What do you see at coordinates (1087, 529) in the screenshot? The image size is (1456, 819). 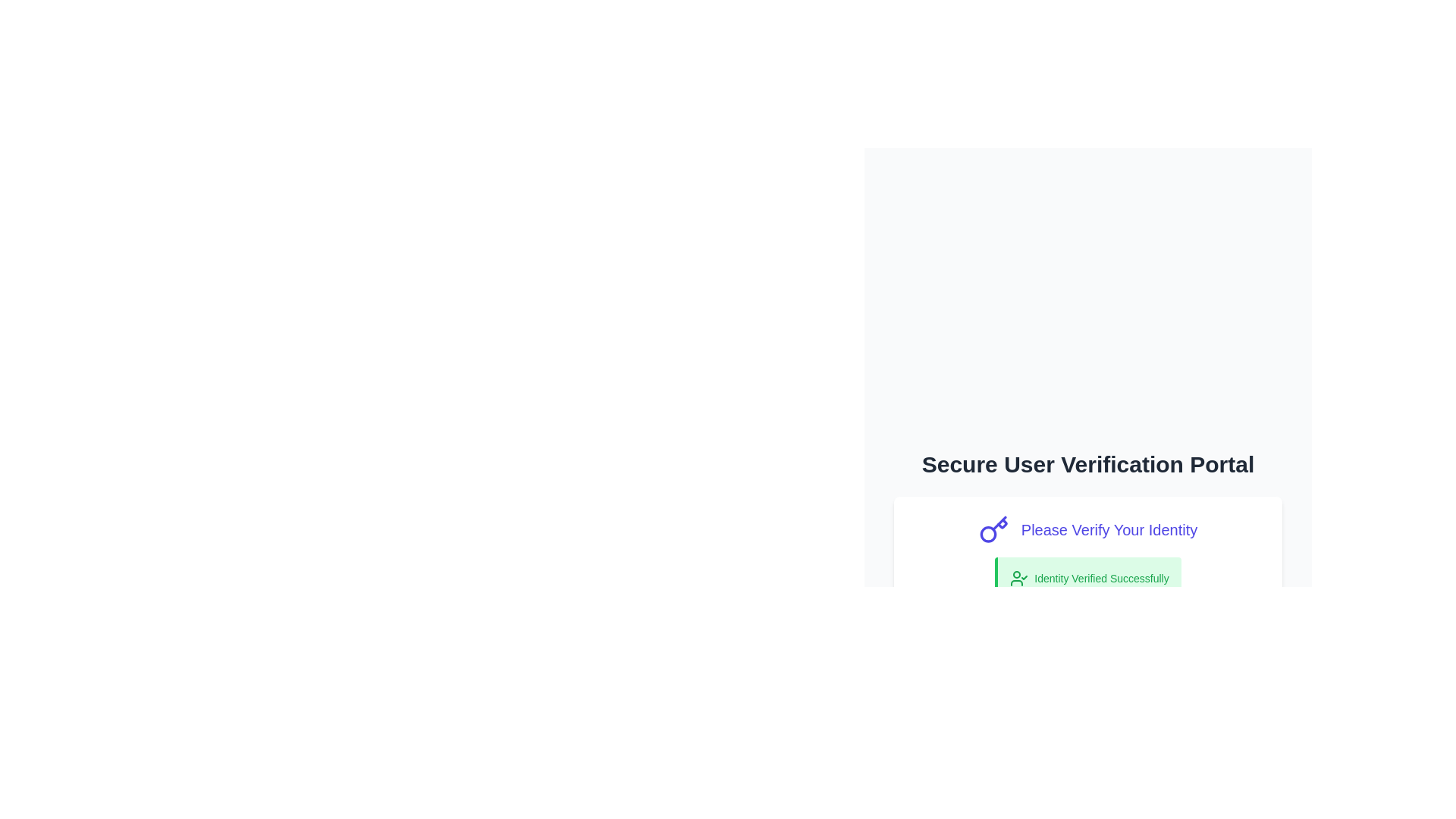 I see `text 'Please Verify Your Identity' from the text block with an accompanying key icon, positioned at the top of the card section` at bounding box center [1087, 529].